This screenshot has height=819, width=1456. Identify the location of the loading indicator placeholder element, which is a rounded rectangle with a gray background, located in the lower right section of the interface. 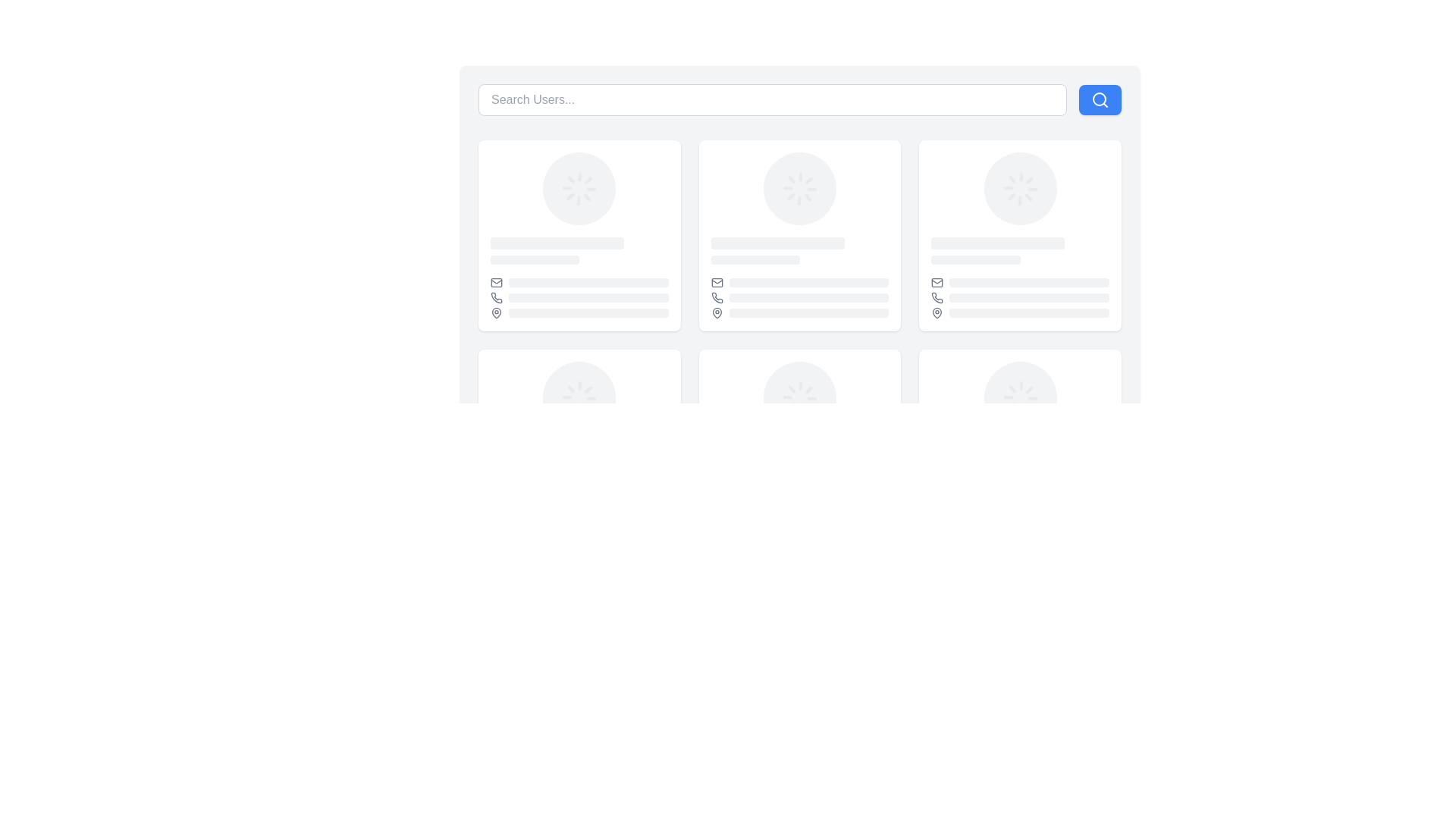
(998, 452).